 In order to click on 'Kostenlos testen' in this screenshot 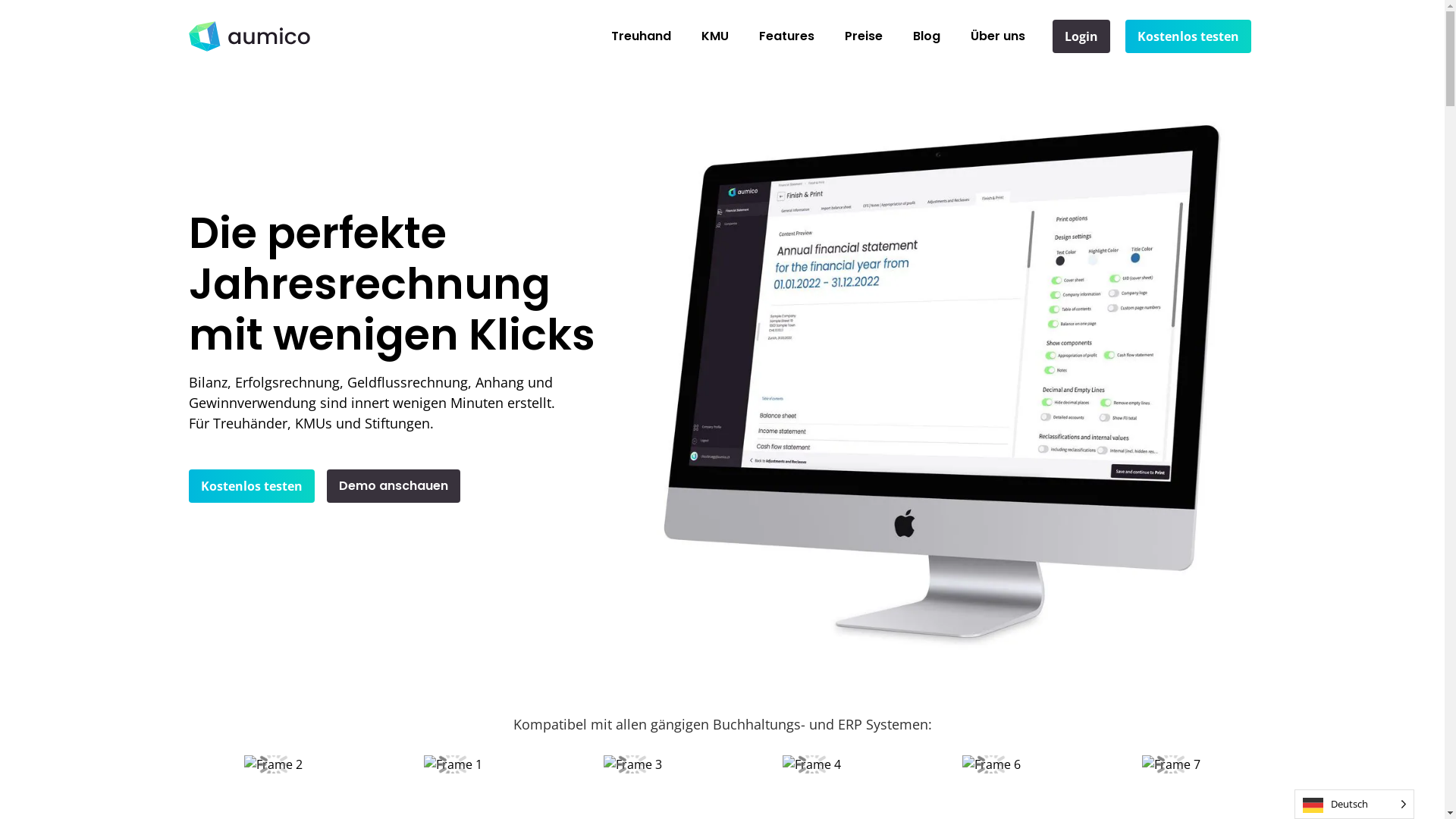, I will do `click(1187, 35)`.